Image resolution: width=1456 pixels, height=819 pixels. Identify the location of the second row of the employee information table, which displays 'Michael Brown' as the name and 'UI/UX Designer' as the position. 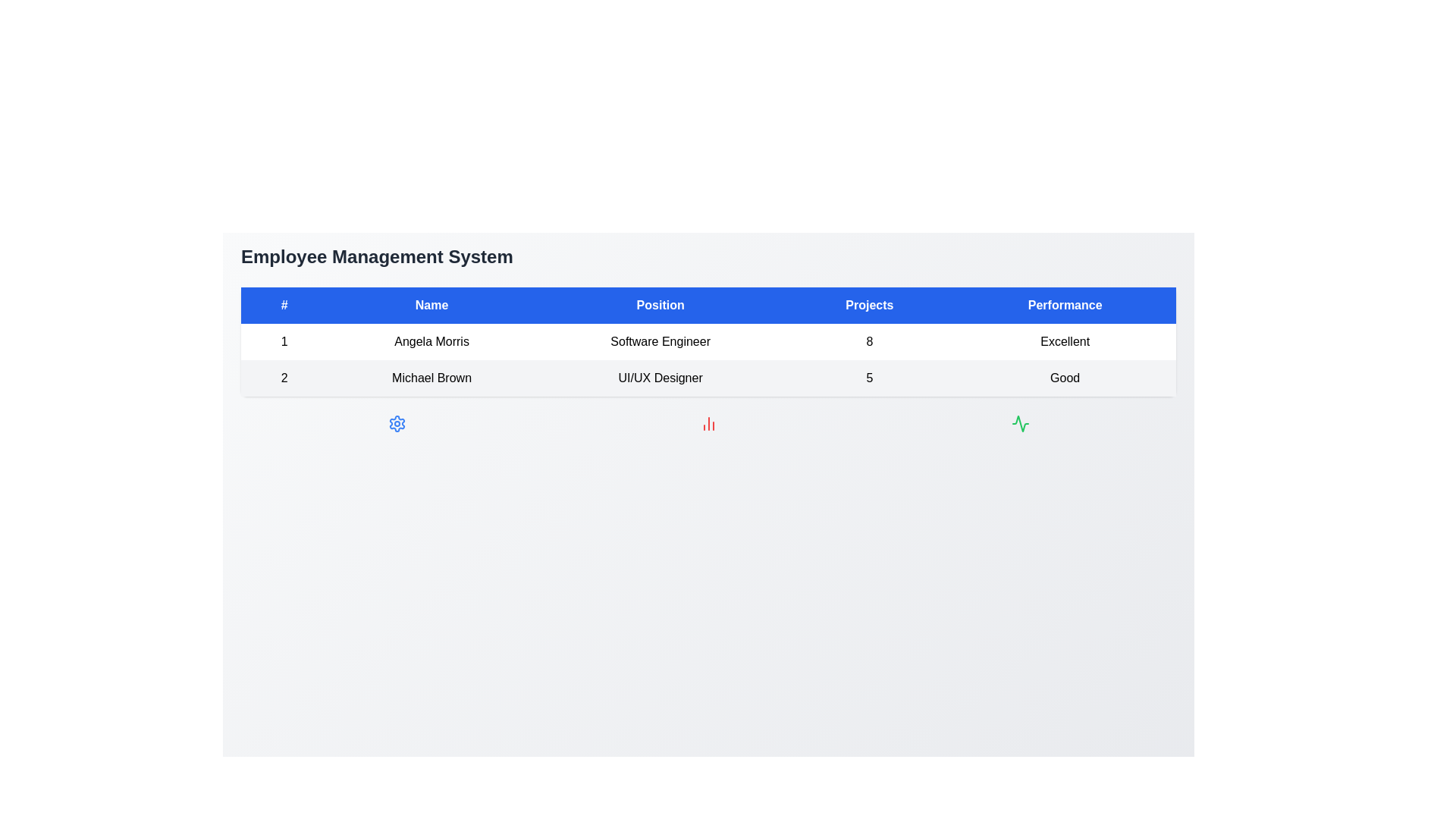
(708, 377).